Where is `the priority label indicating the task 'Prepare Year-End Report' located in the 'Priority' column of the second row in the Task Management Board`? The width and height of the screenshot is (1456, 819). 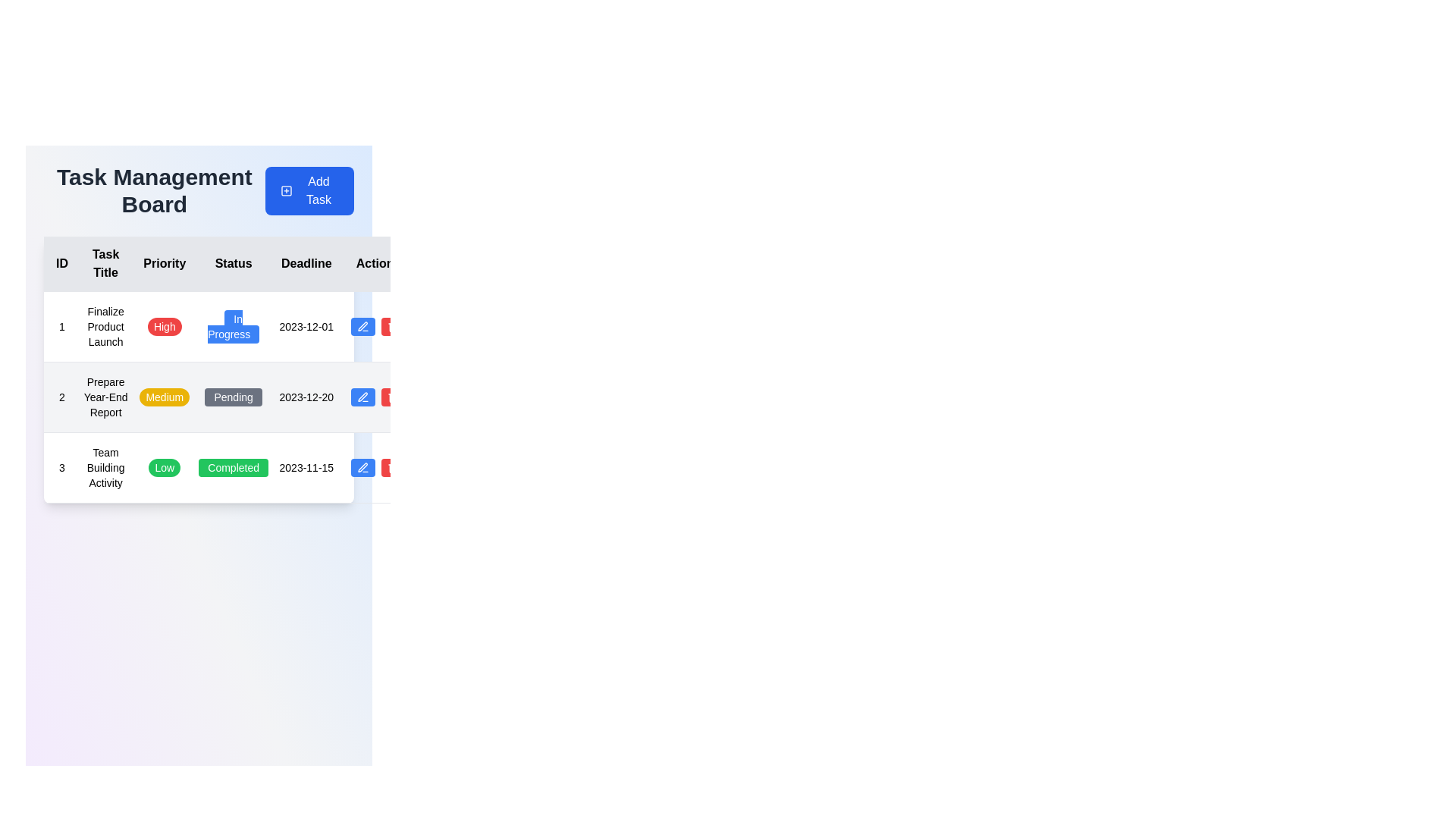
the priority label indicating the task 'Prepare Year-End Report' located in the 'Priority' column of the second row in the Task Management Board is located at coordinates (165, 397).